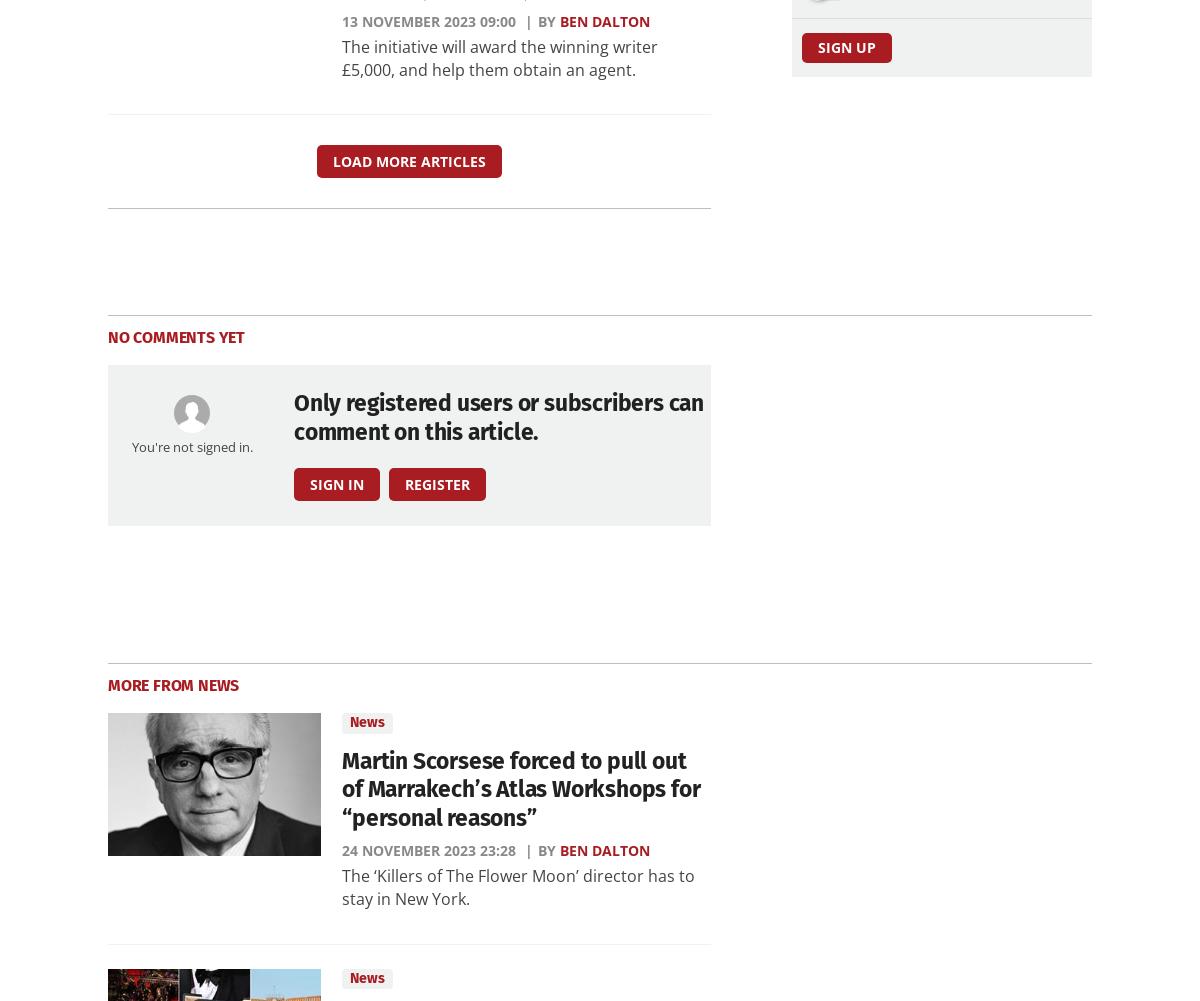 The height and width of the screenshot is (1001, 1200). Describe the element at coordinates (341, 886) in the screenshot. I see `'The ‘Killers of The Flower Moon’ director has to stay in New York.'` at that location.